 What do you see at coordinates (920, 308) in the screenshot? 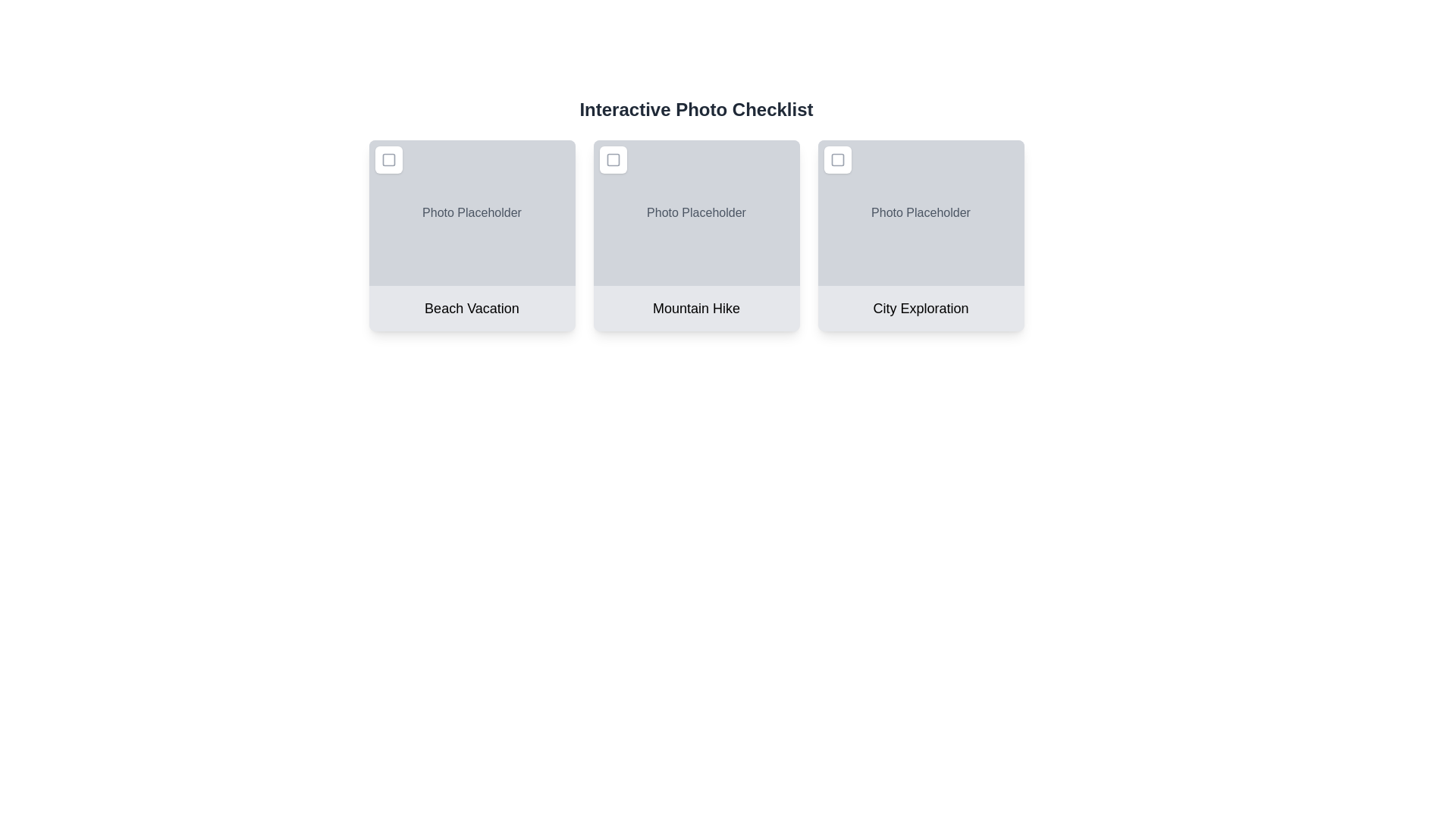
I see `the Text Label that describes the theme or title of the card, located at the bottom section of the third card in a horizontal sequence of three cards` at bounding box center [920, 308].